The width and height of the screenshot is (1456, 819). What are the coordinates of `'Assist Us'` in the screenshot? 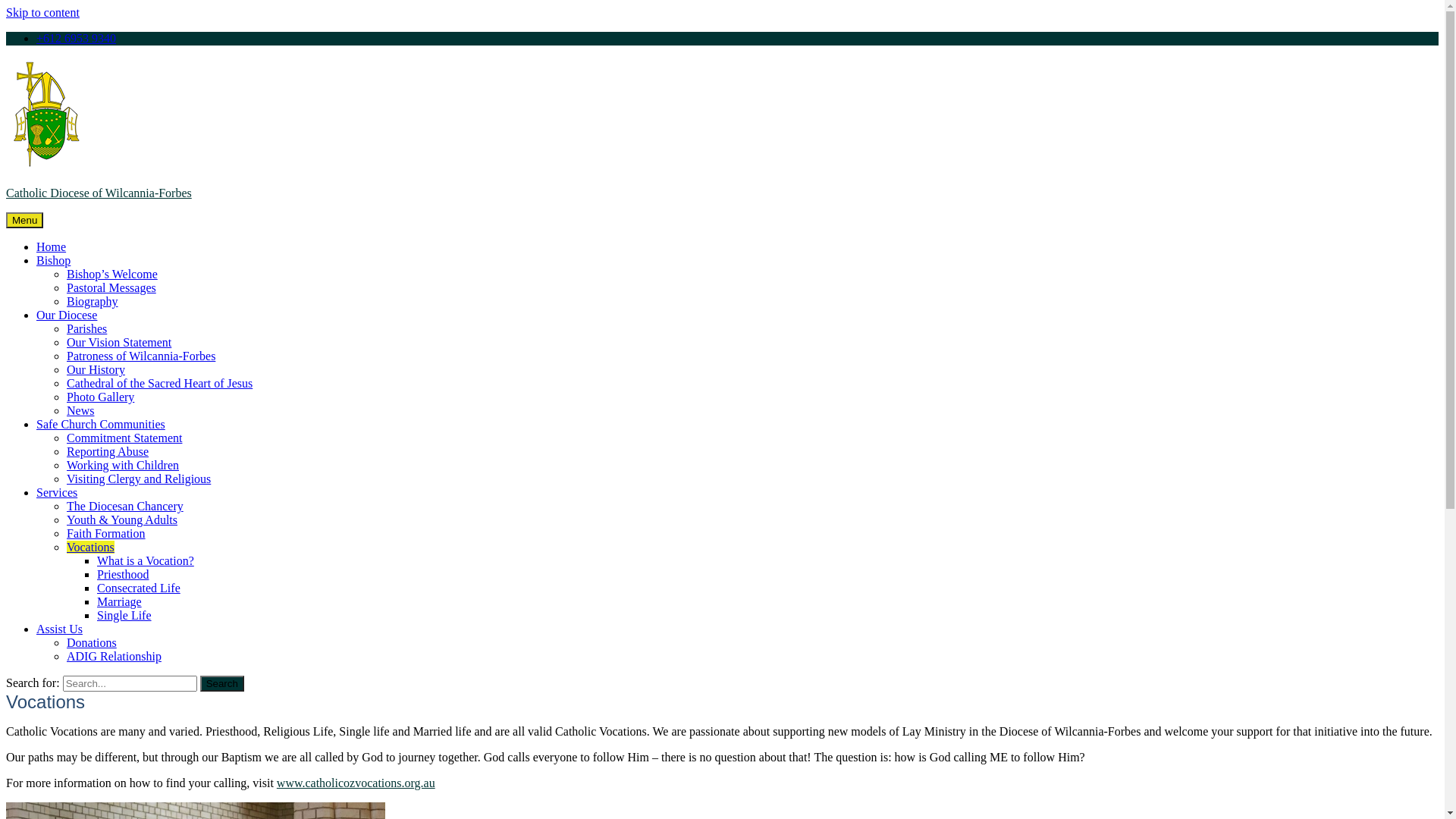 It's located at (59, 629).